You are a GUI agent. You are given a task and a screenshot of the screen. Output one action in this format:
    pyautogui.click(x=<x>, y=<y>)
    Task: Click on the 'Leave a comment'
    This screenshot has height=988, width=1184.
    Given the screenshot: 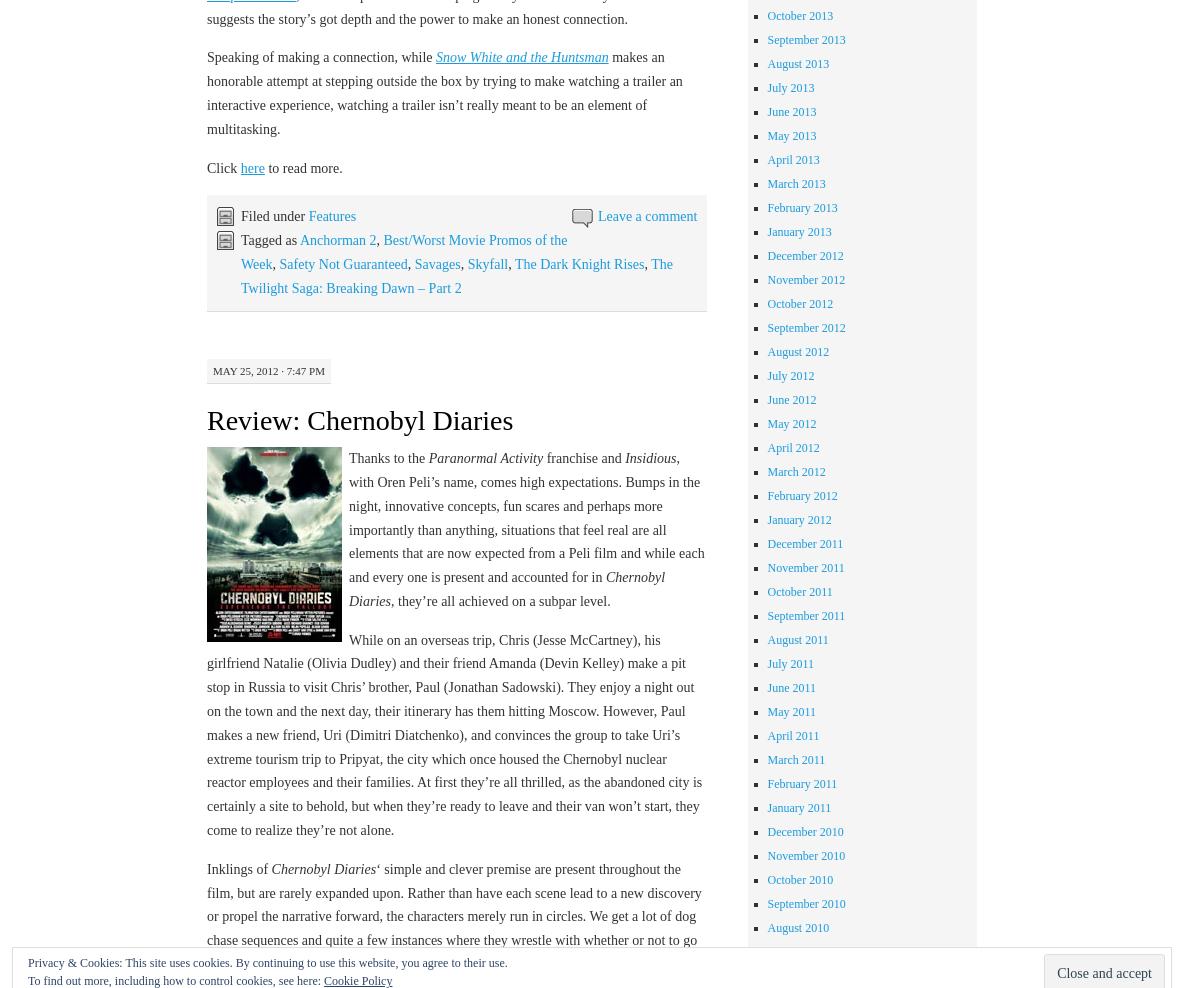 What is the action you would take?
    pyautogui.click(x=646, y=216)
    